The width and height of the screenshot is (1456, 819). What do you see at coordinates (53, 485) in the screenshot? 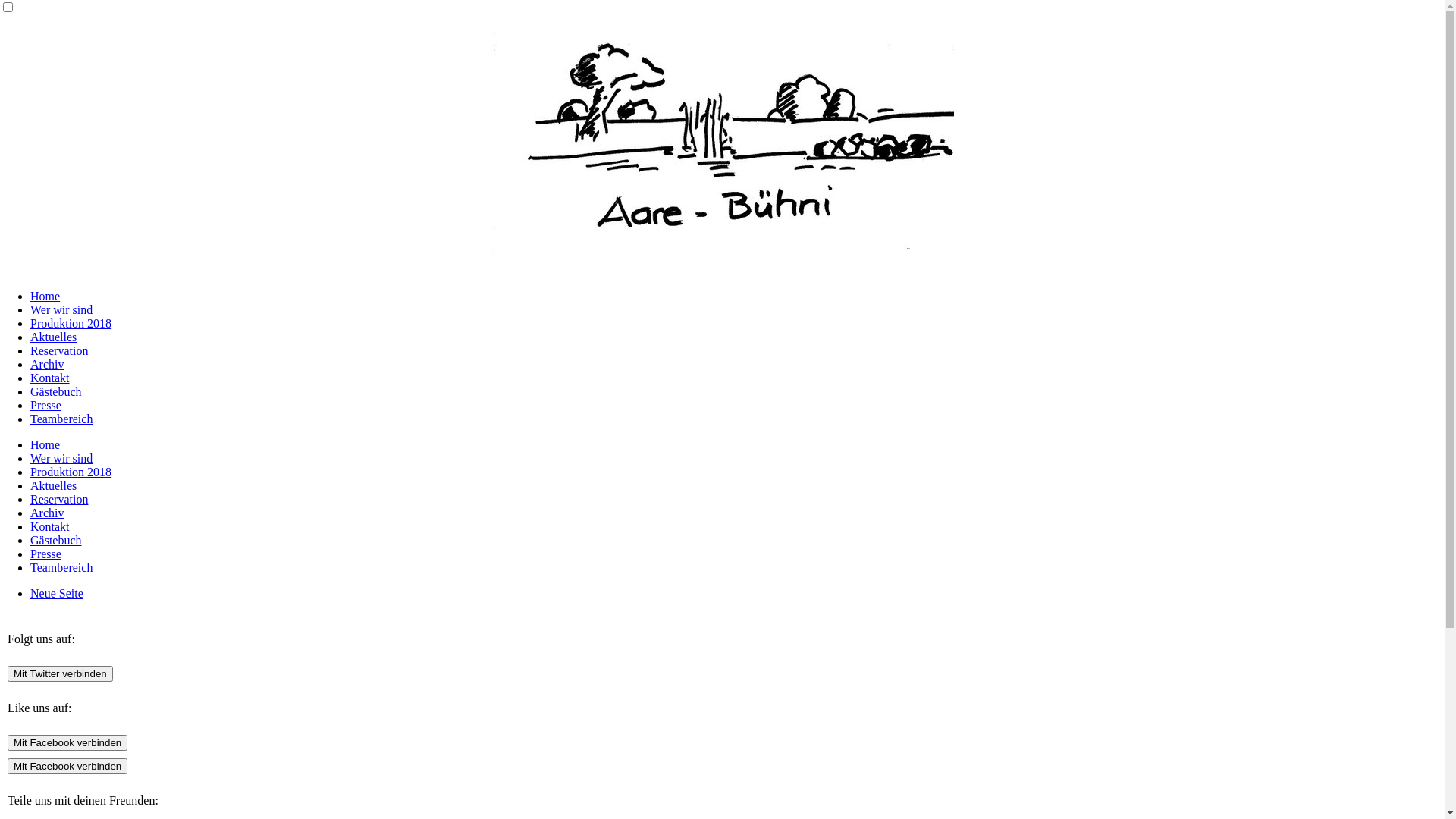
I see `'Aktuelles'` at bounding box center [53, 485].